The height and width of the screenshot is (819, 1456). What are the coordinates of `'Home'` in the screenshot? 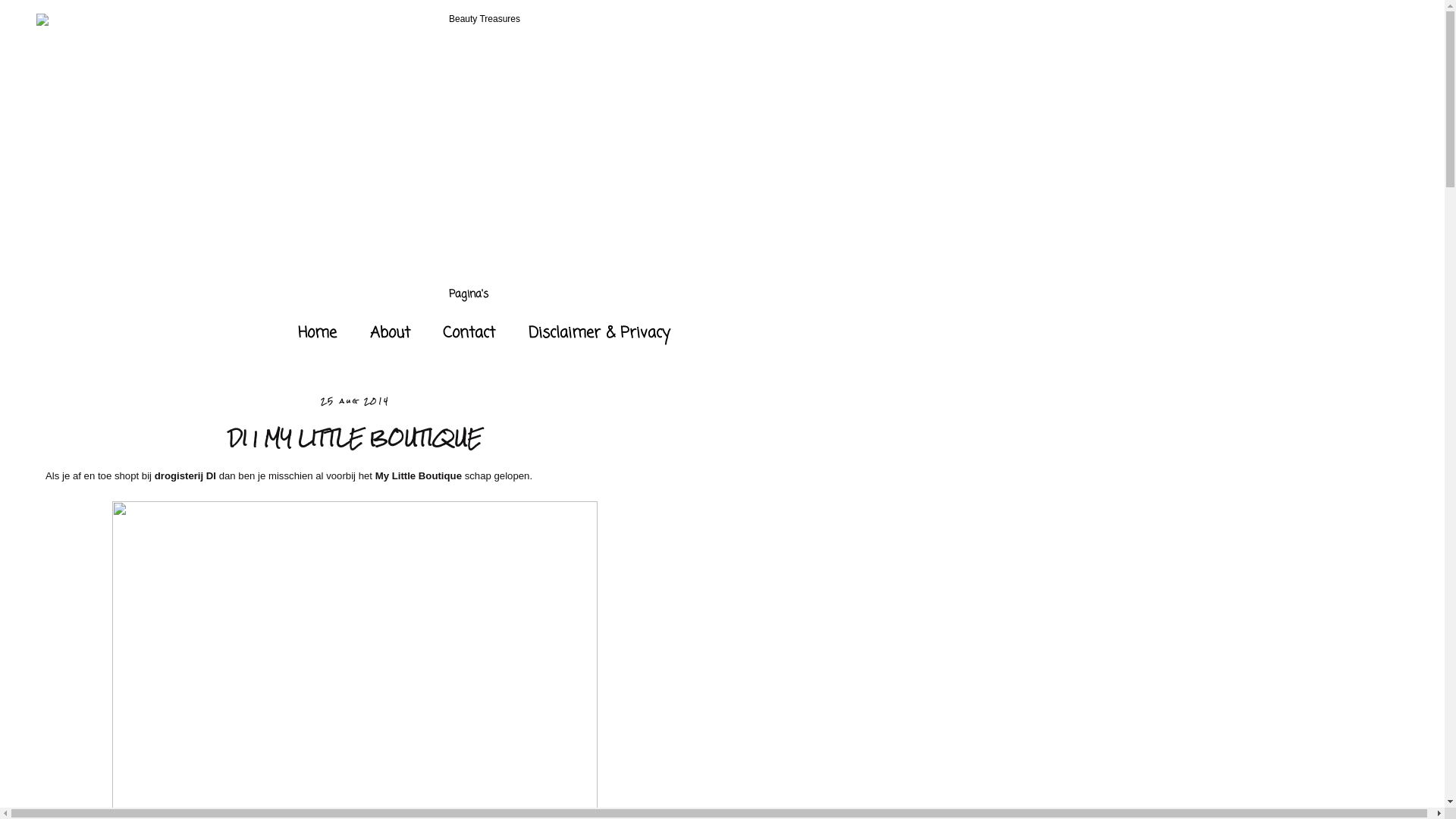 It's located at (283, 332).